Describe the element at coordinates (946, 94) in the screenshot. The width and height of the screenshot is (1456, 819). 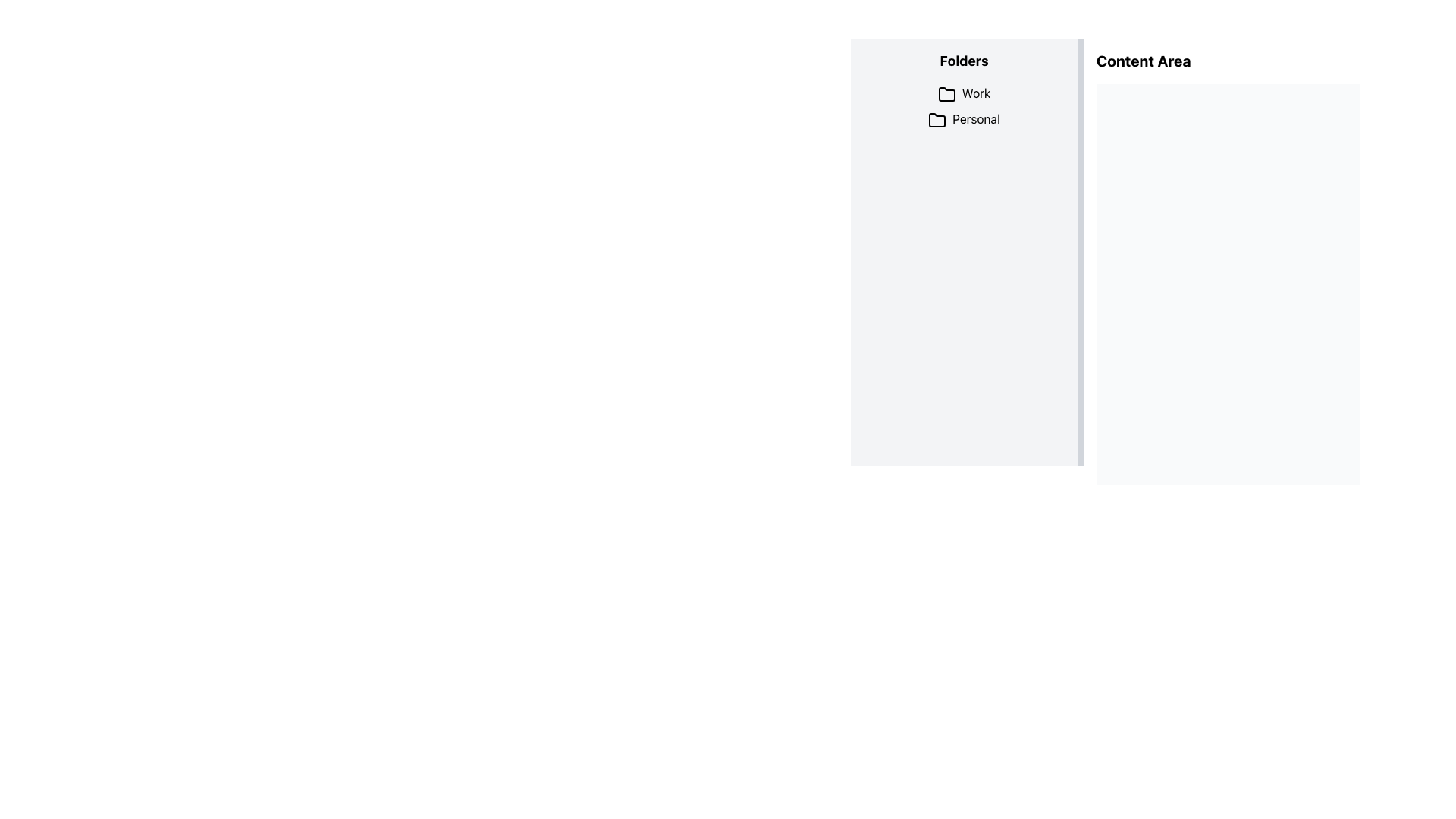
I see `the folder icon located next to the label 'Work'` at that location.